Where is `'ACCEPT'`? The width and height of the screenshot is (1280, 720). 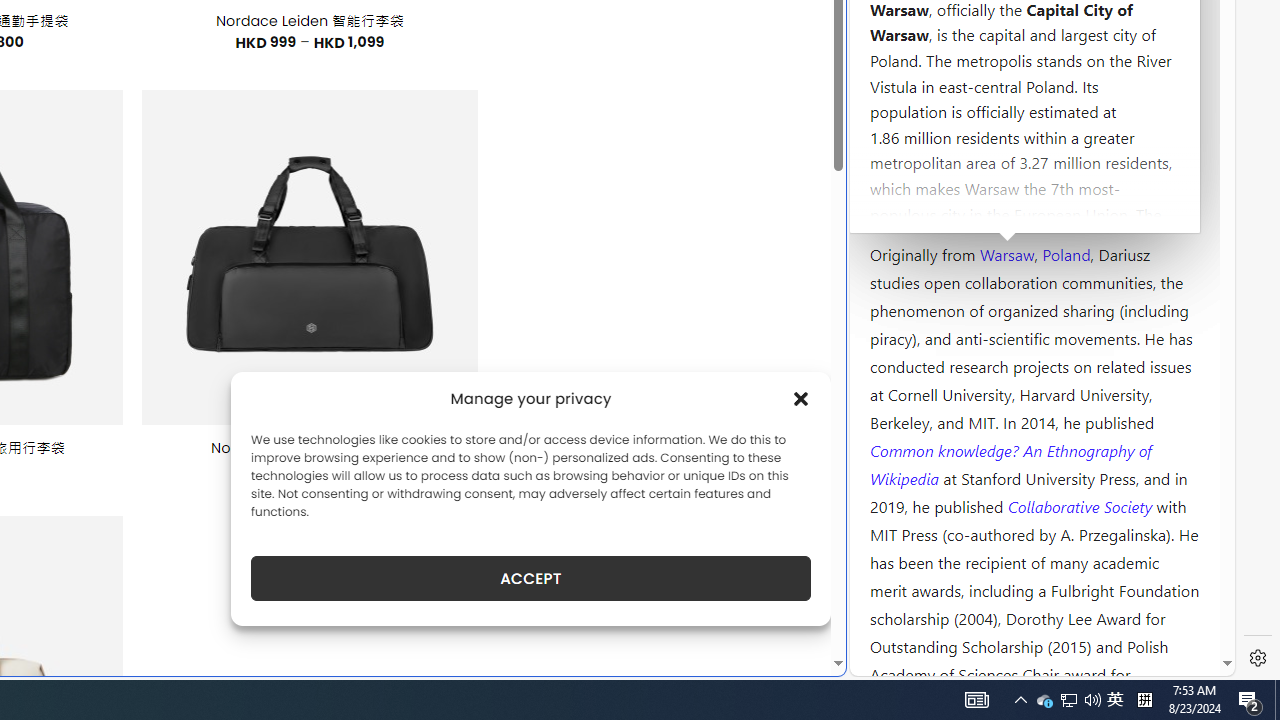
'ACCEPT' is located at coordinates (531, 578).